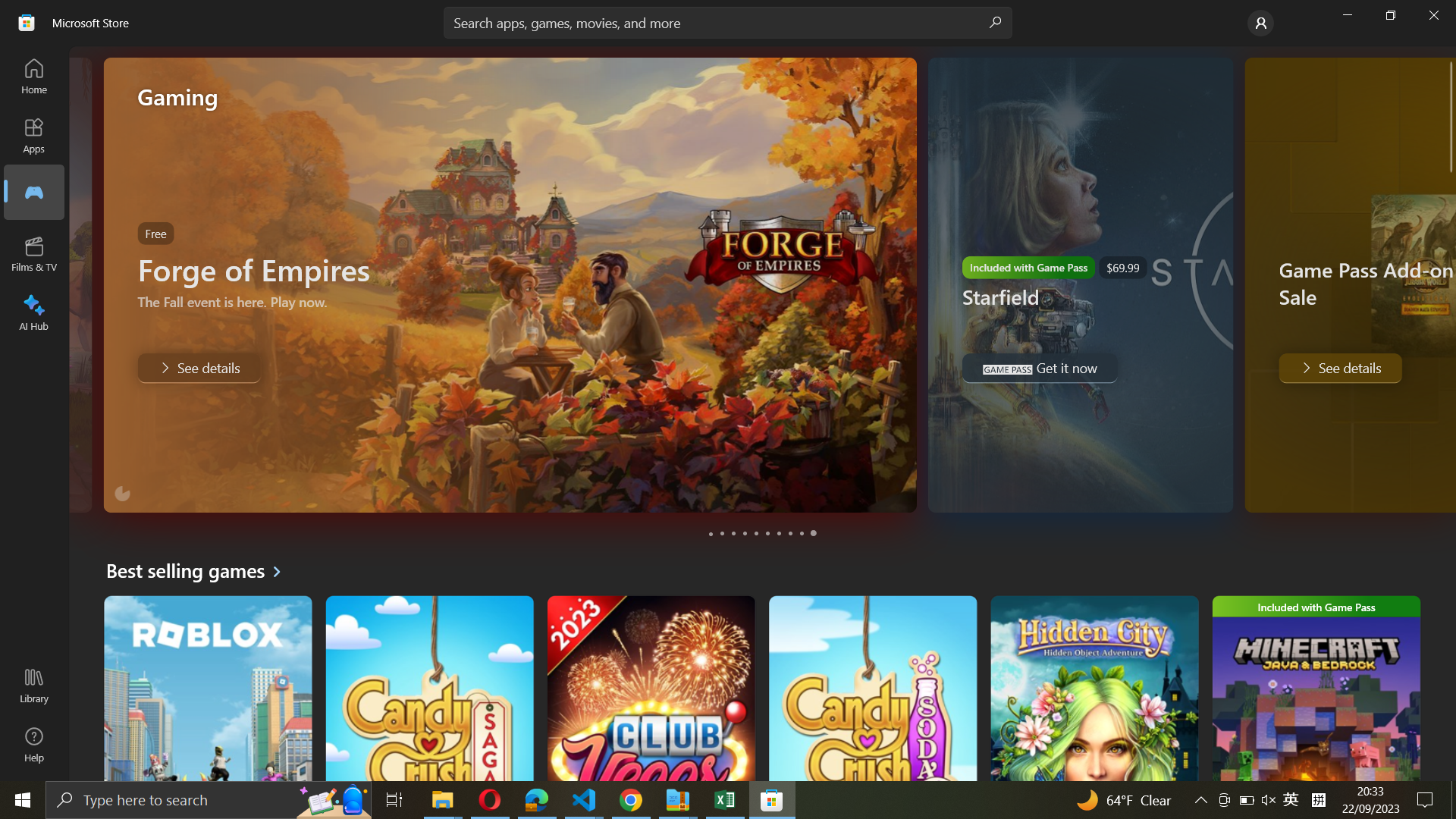 Image resolution: width=1456 pixels, height=819 pixels. What do you see at coordinates (35, 253) in the screenshot?
I see `Head over to the Cinema & TV Shows category` at bounding box center [35, 253].